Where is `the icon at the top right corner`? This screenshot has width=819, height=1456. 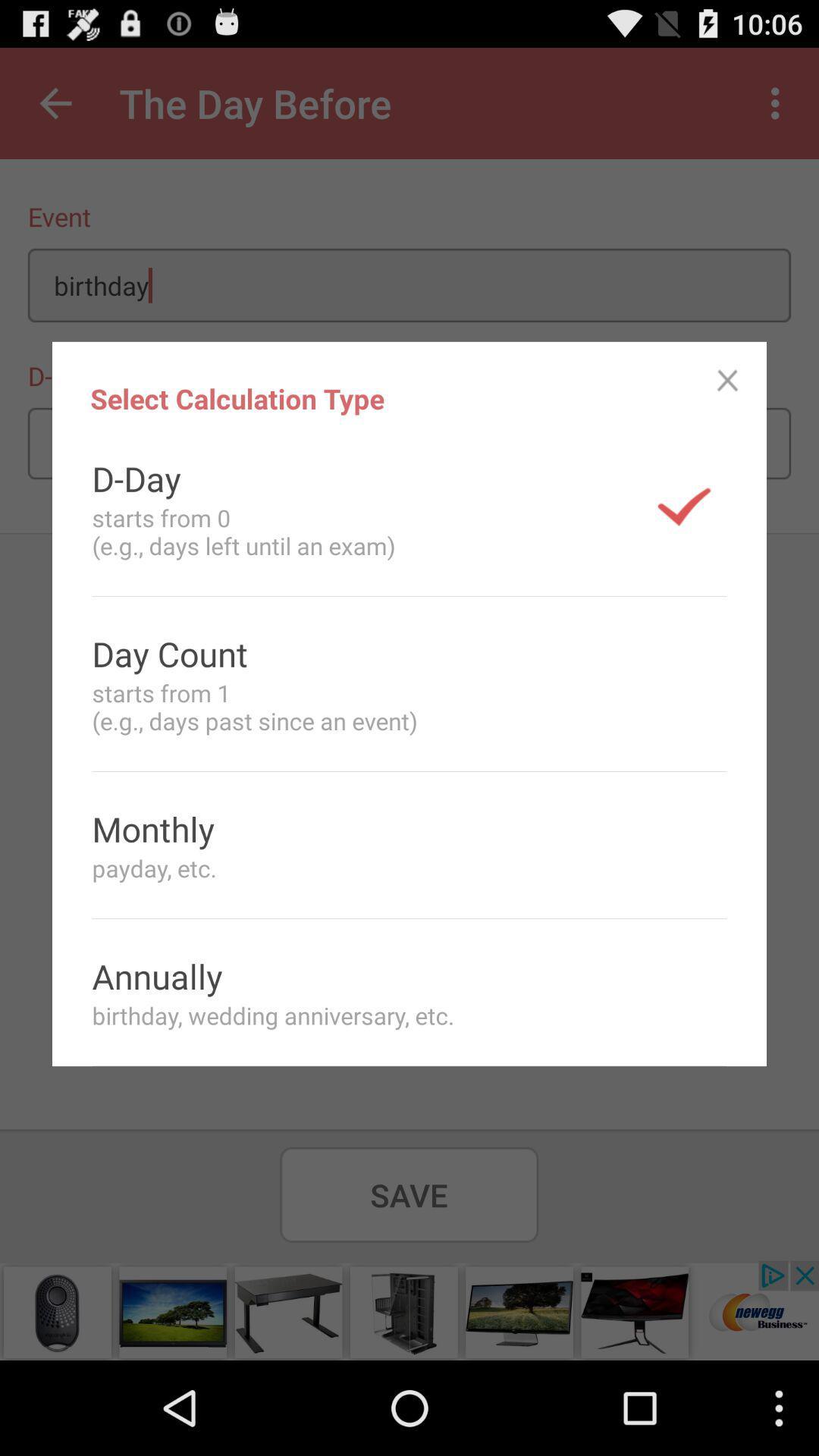
the icon at the top right corner is located at coordinates (726, 381).